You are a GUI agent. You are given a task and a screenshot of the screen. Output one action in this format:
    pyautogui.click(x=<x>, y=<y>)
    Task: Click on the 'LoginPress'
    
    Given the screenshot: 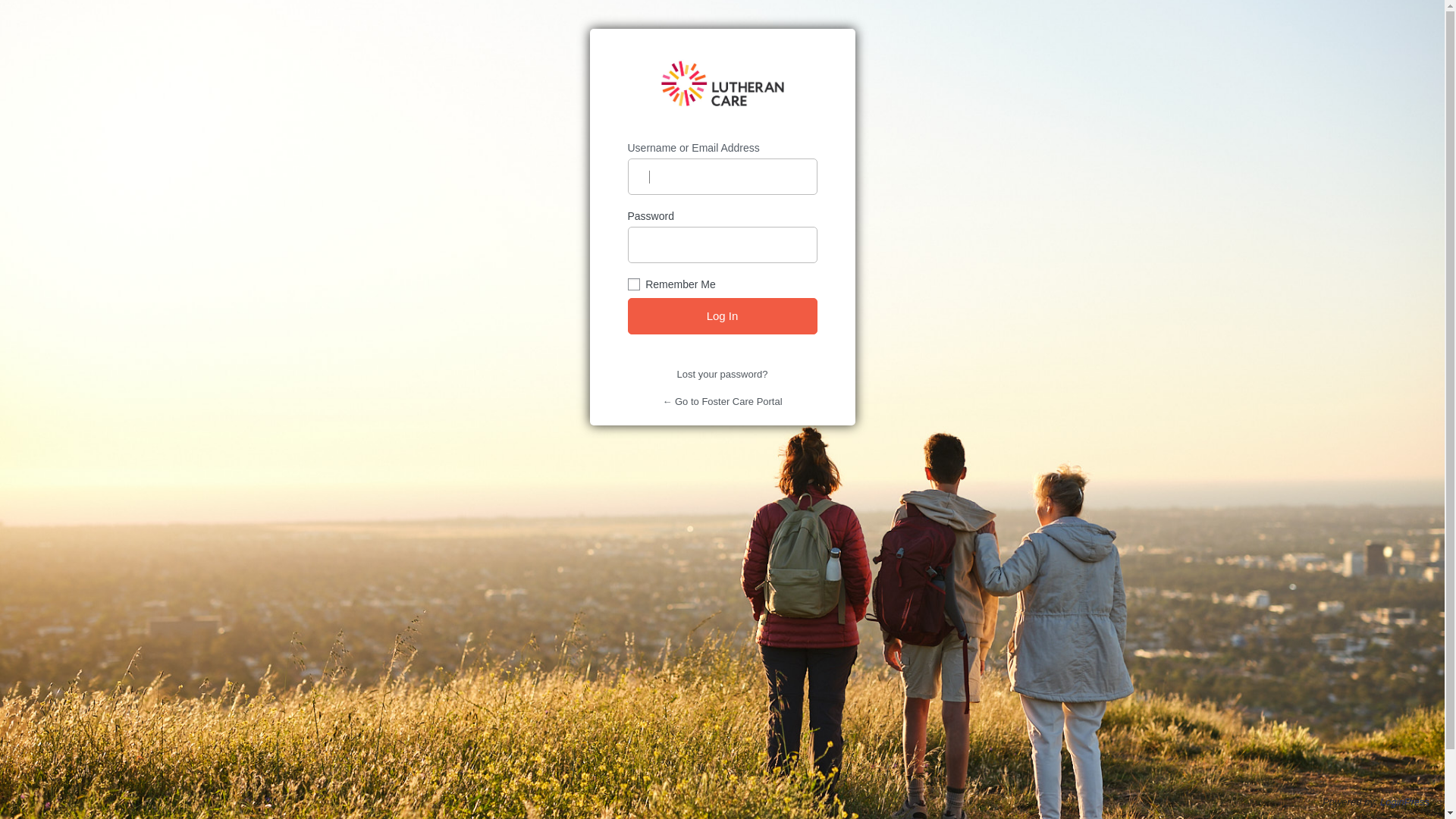 What is the action you would take?
    pyautogui.click(x=1379, y=801)
    